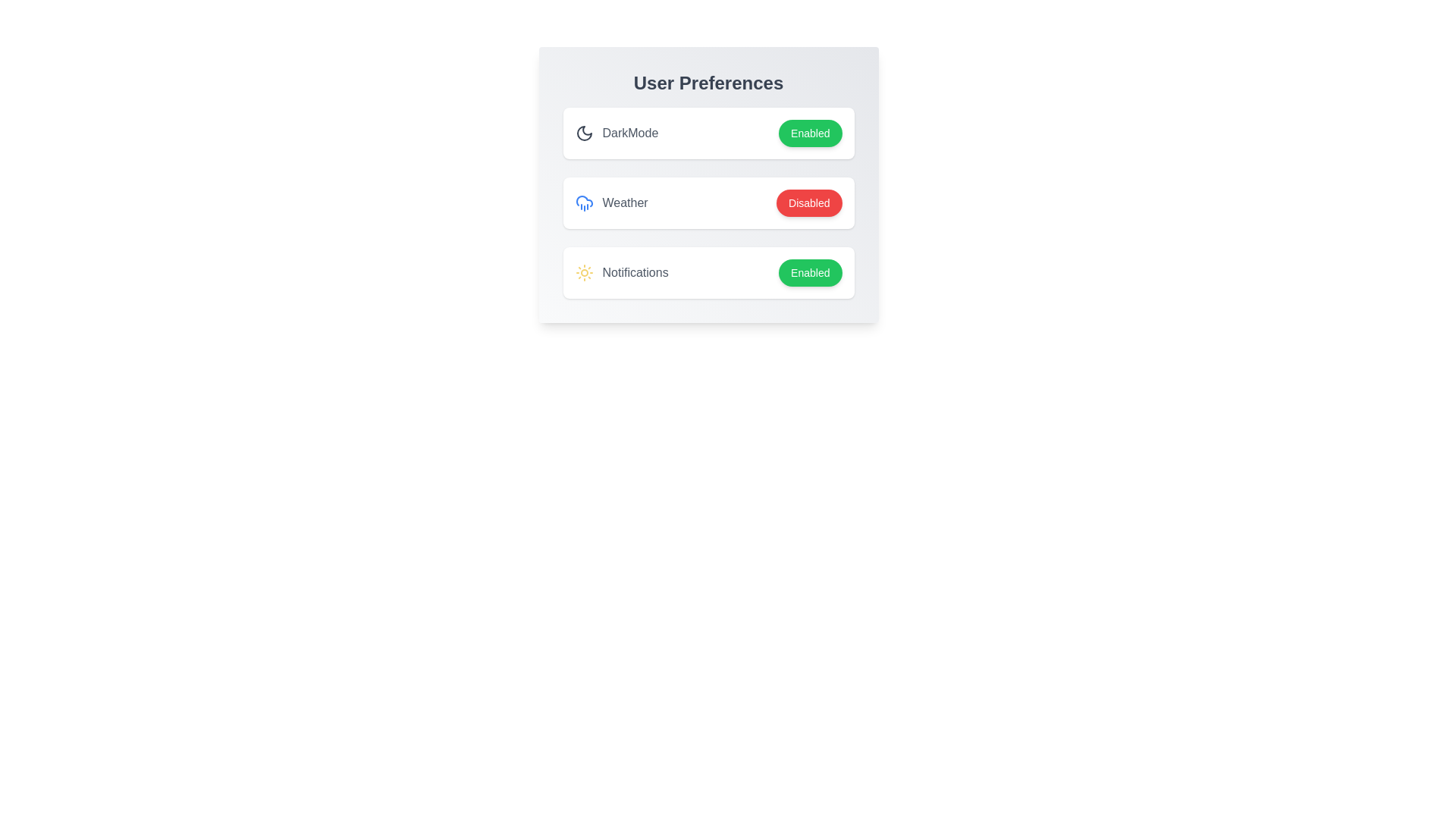  Describe the element at coordinates (809, 133) in the screenshot. I see `the button labeled Enabled to observe style changes` at that location.